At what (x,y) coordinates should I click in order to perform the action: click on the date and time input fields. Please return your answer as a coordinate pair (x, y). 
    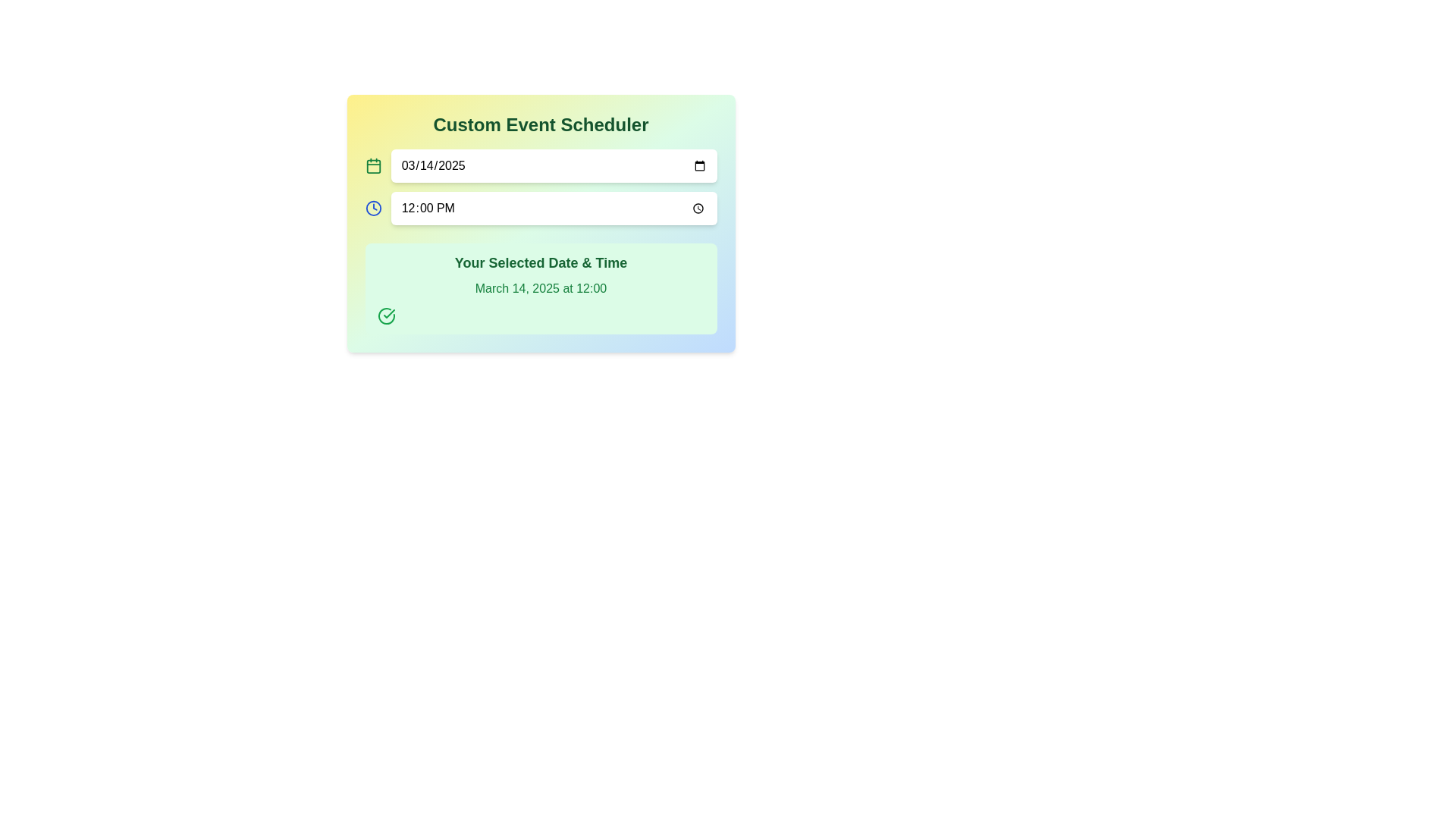
    Looking at the image, I should click on (541, 223).